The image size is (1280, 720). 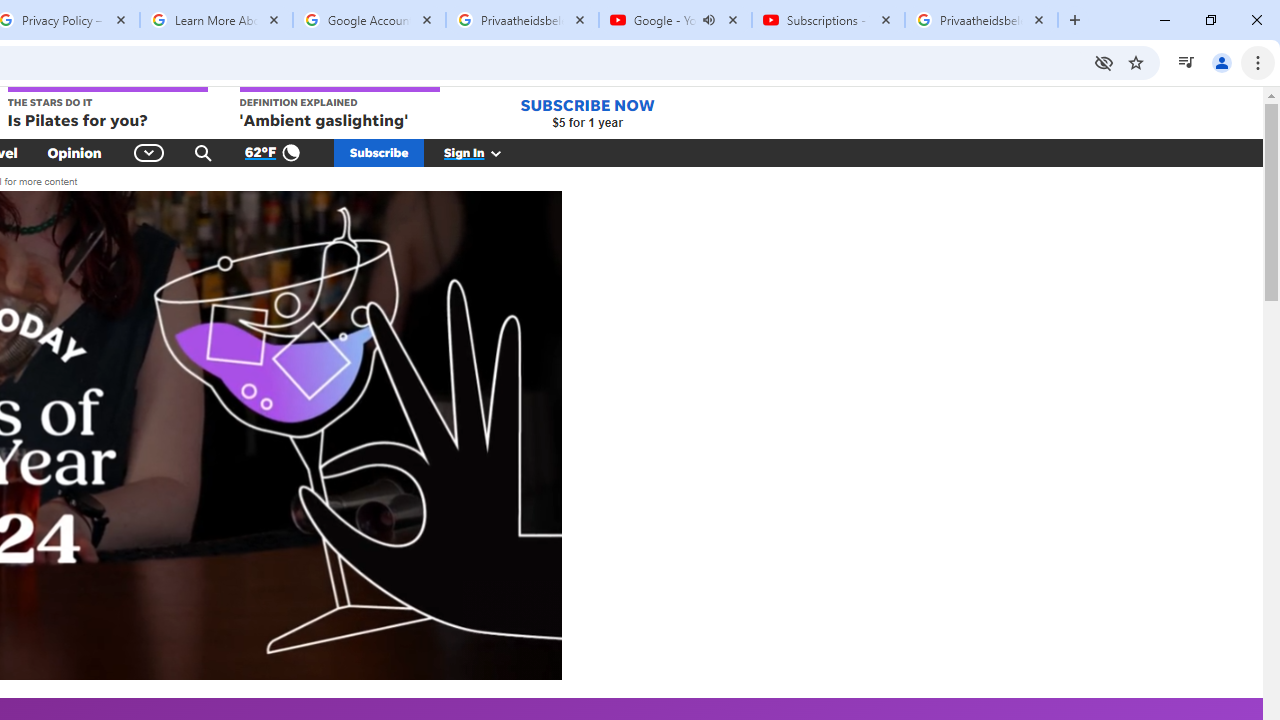 I want to click on 'Subscribe', so click(x=379, y=152).